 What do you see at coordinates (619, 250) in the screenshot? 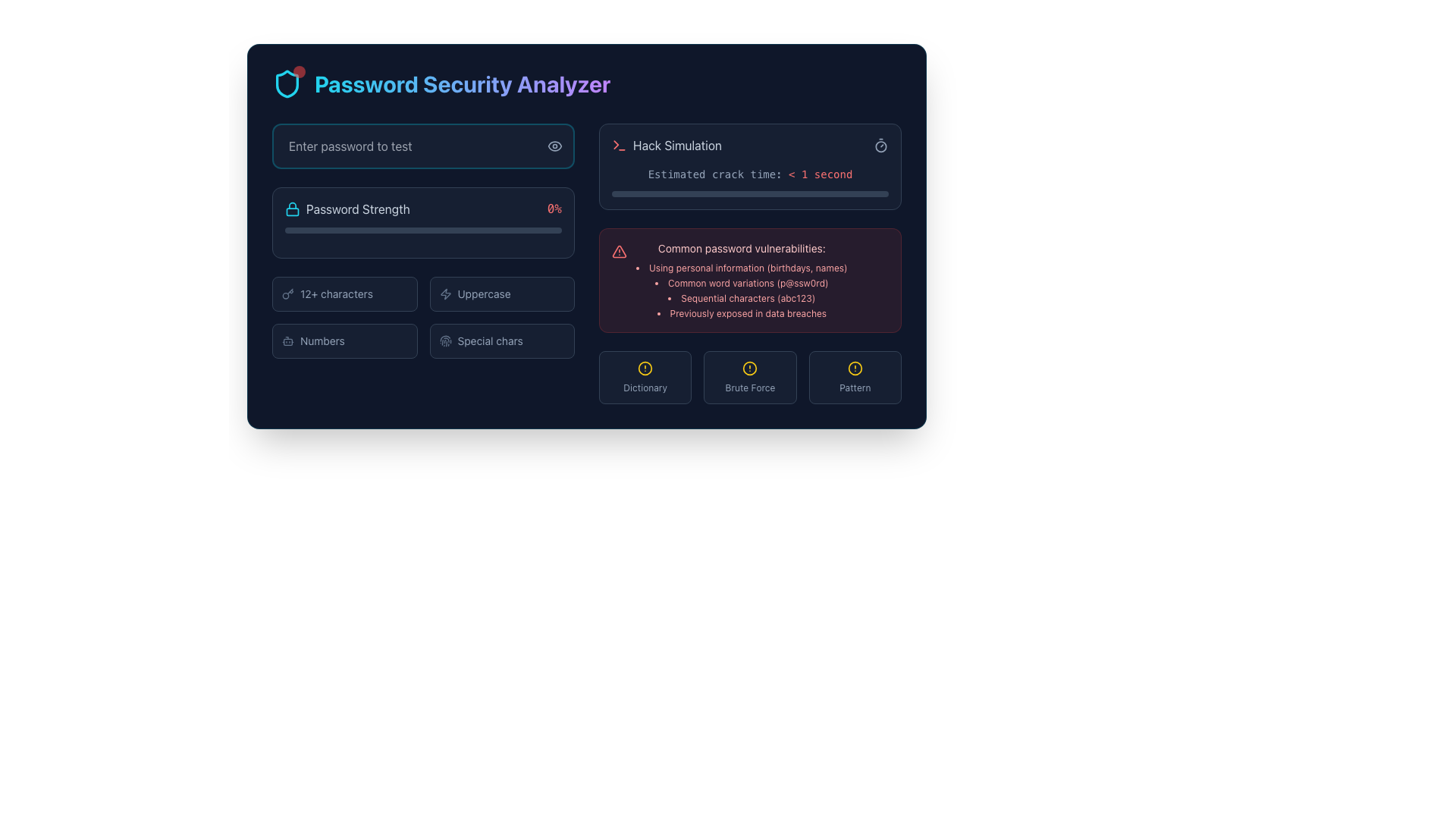
I see `the alert icon positioned at the top-left corner of the rectangular box labeled 'Common password vulnerabilities:'` at bounding box center [619, 250].